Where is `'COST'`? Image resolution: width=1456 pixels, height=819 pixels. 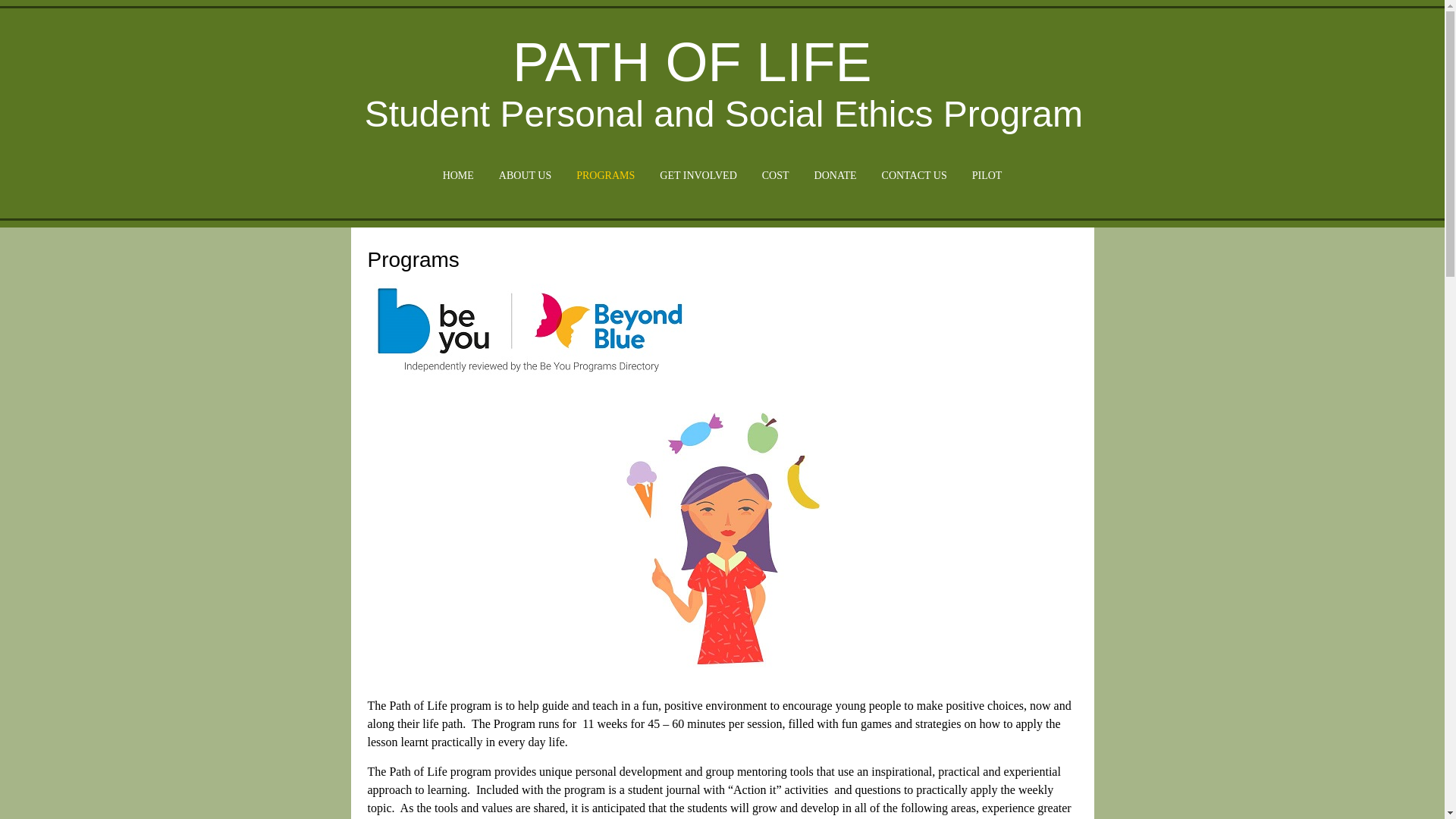
'COST' is located at coordinates (751, 174).